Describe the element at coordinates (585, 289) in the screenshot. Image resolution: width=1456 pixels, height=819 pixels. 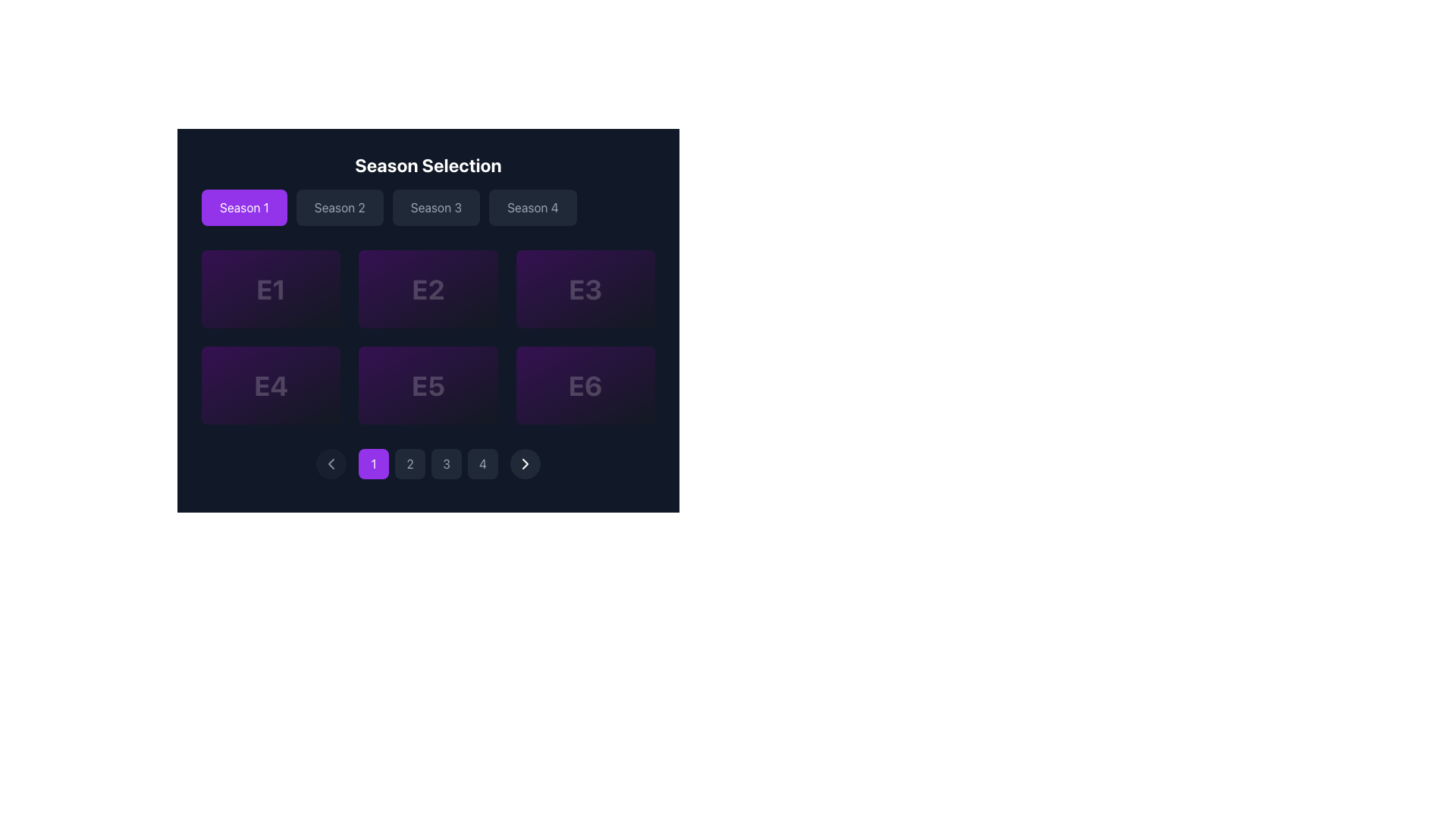
I see `the 'E3' text label styled in a bold white font on a purple background` at that location.